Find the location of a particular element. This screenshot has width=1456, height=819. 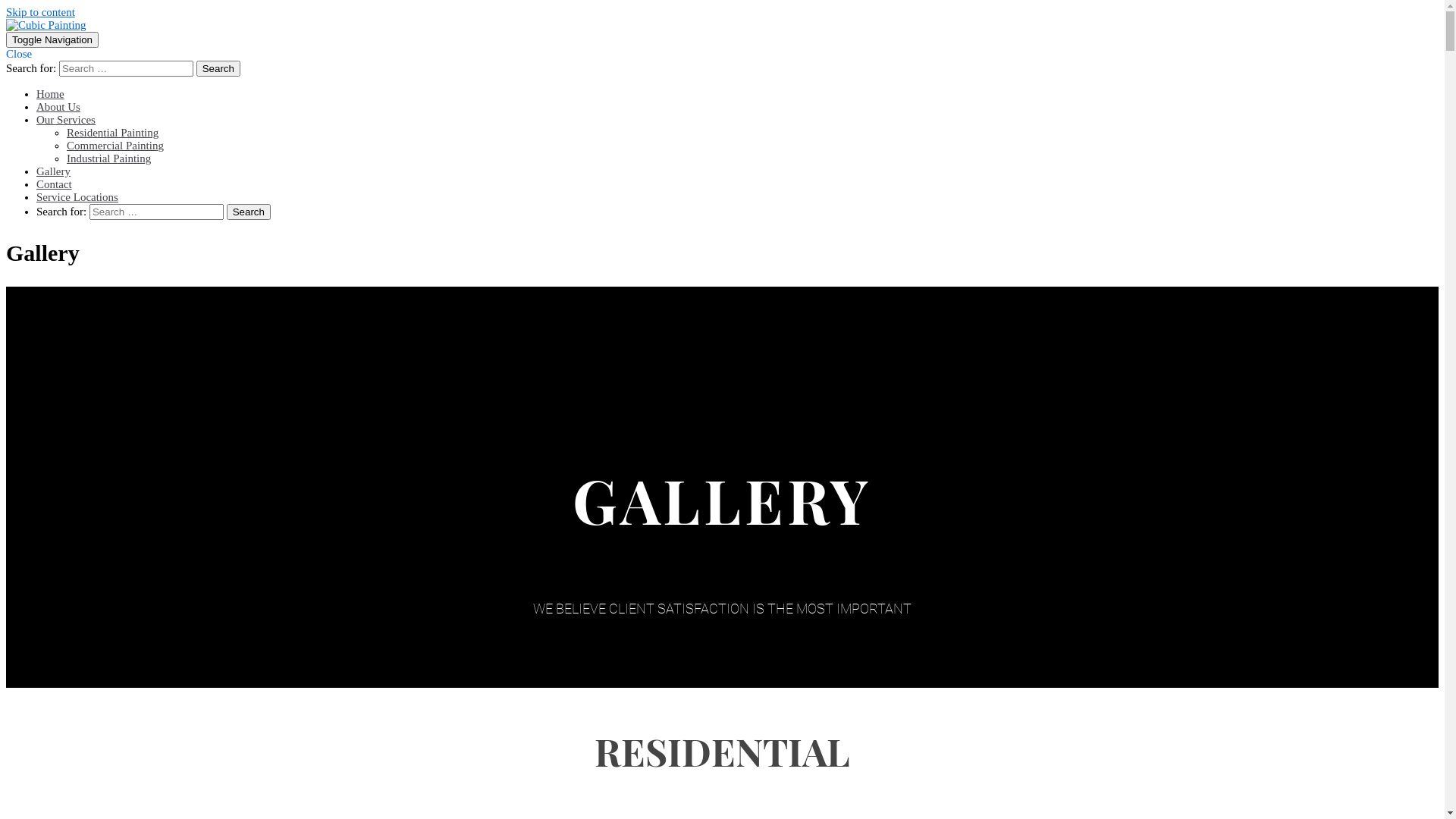

'Residential Painting' is located at coordinates (111, 131).